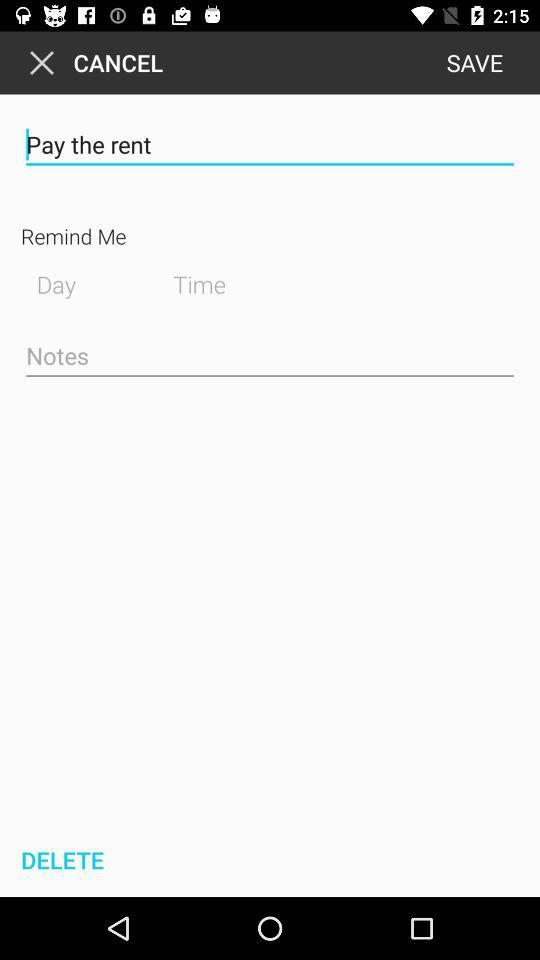 This screenshot has width=540, height=960. What do you see at coordinates (473, 62) in the screenshot?
I see `the item at the top right corner` at bounding box center [473, 62].